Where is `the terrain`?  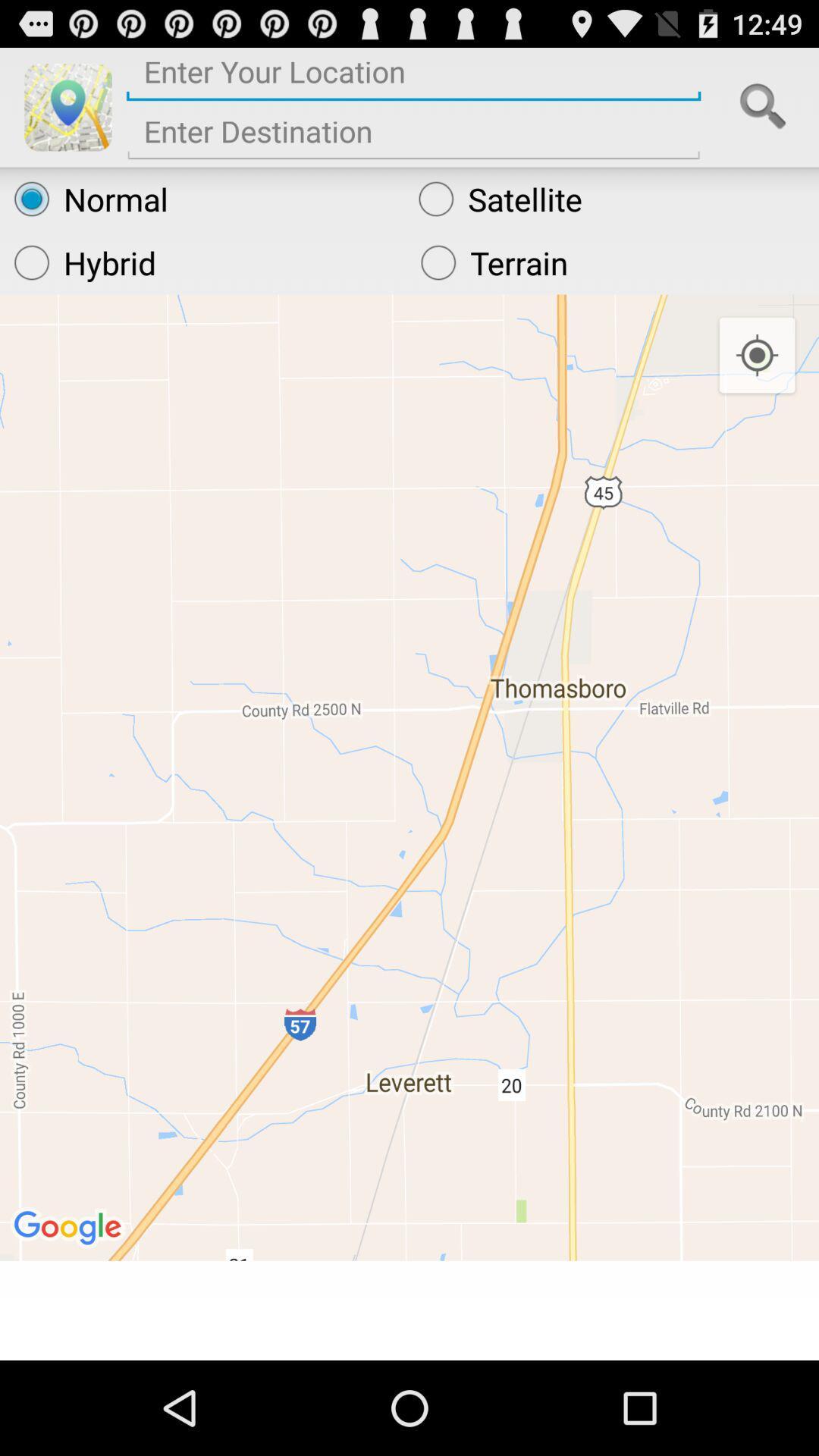 the terrain is located at coordinates (612, 262).